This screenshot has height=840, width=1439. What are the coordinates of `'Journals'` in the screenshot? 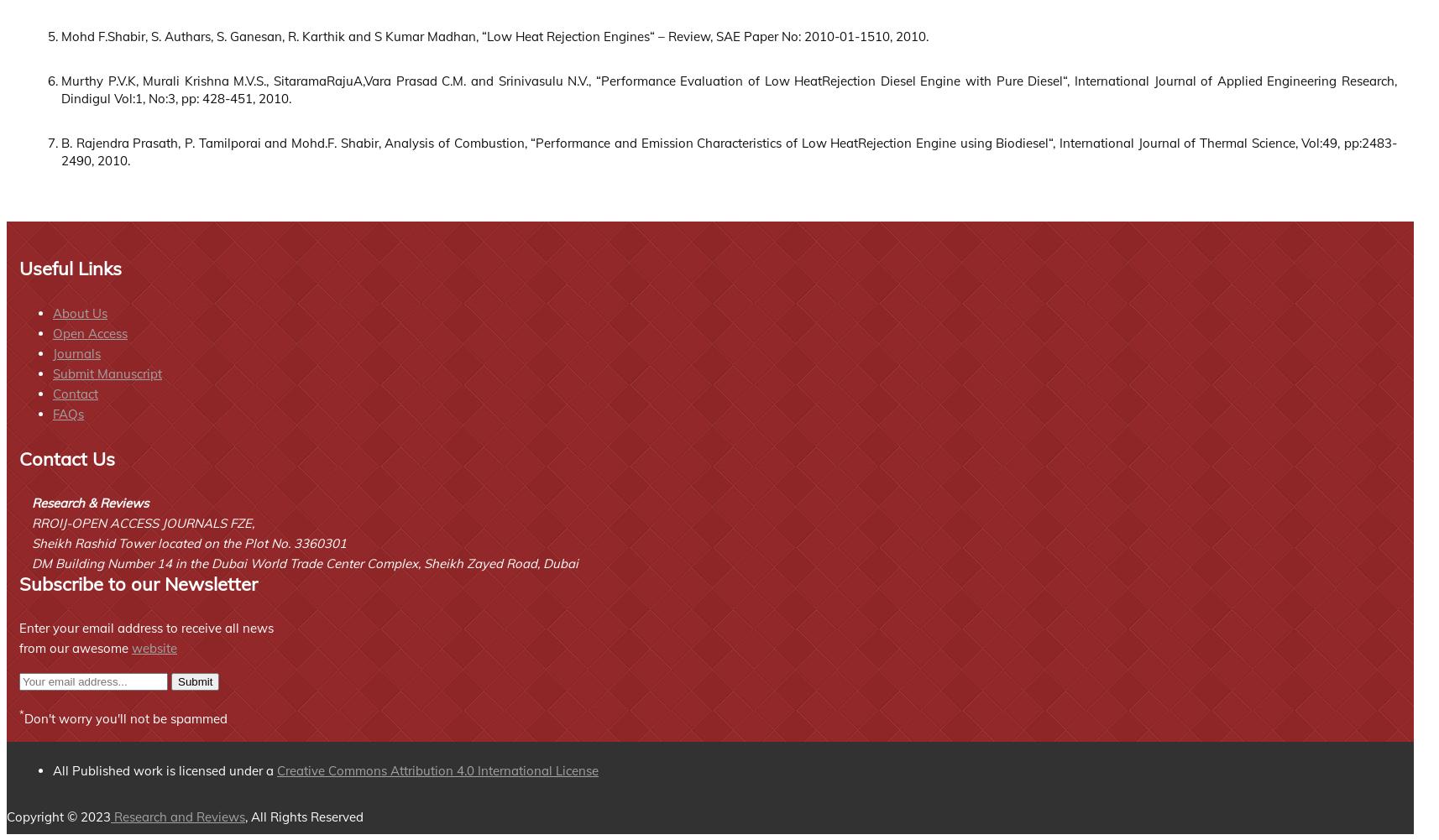 It's located at (76, 352).